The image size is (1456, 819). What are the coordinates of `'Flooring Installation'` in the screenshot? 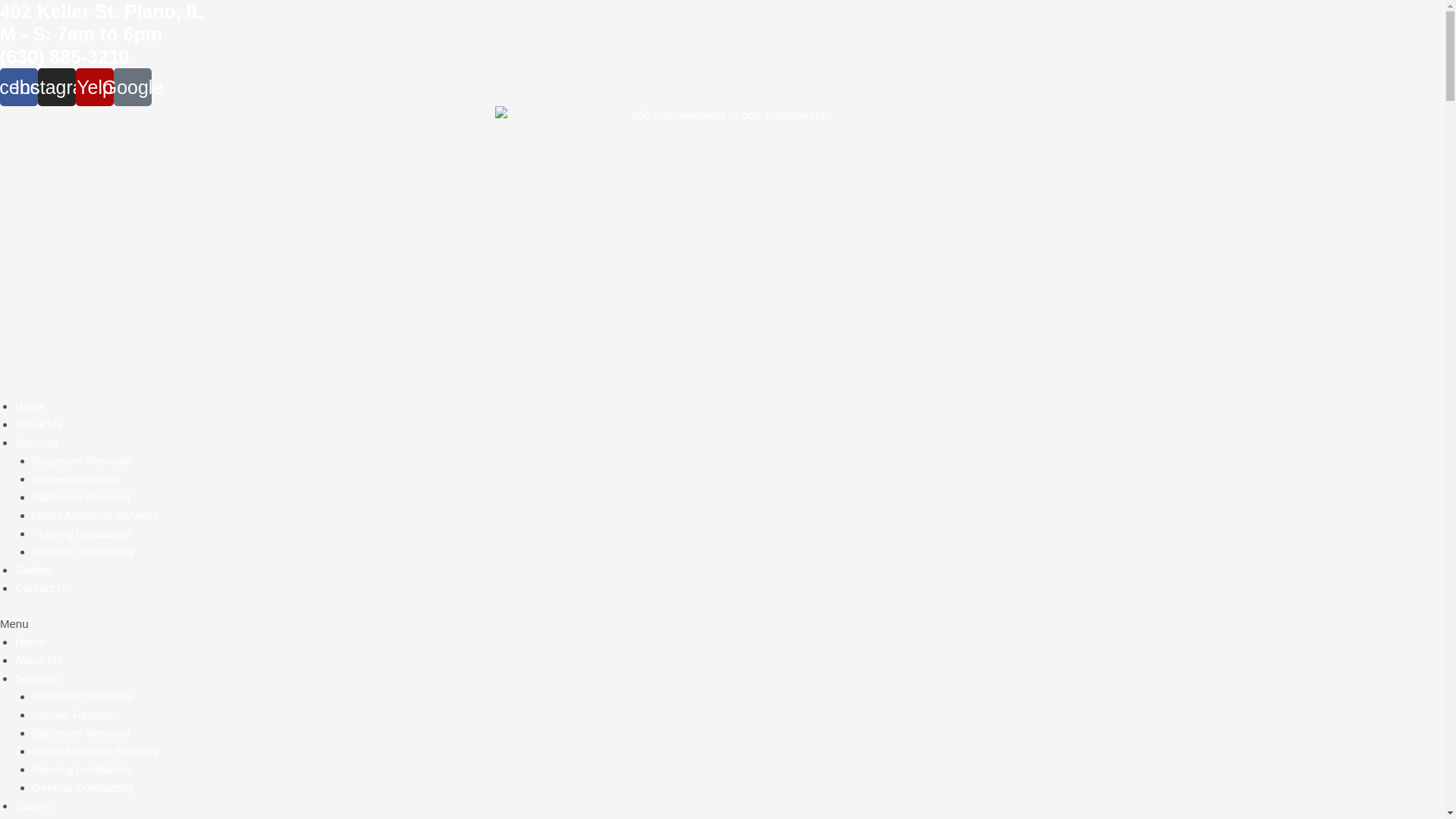 It's located at (80, 769).